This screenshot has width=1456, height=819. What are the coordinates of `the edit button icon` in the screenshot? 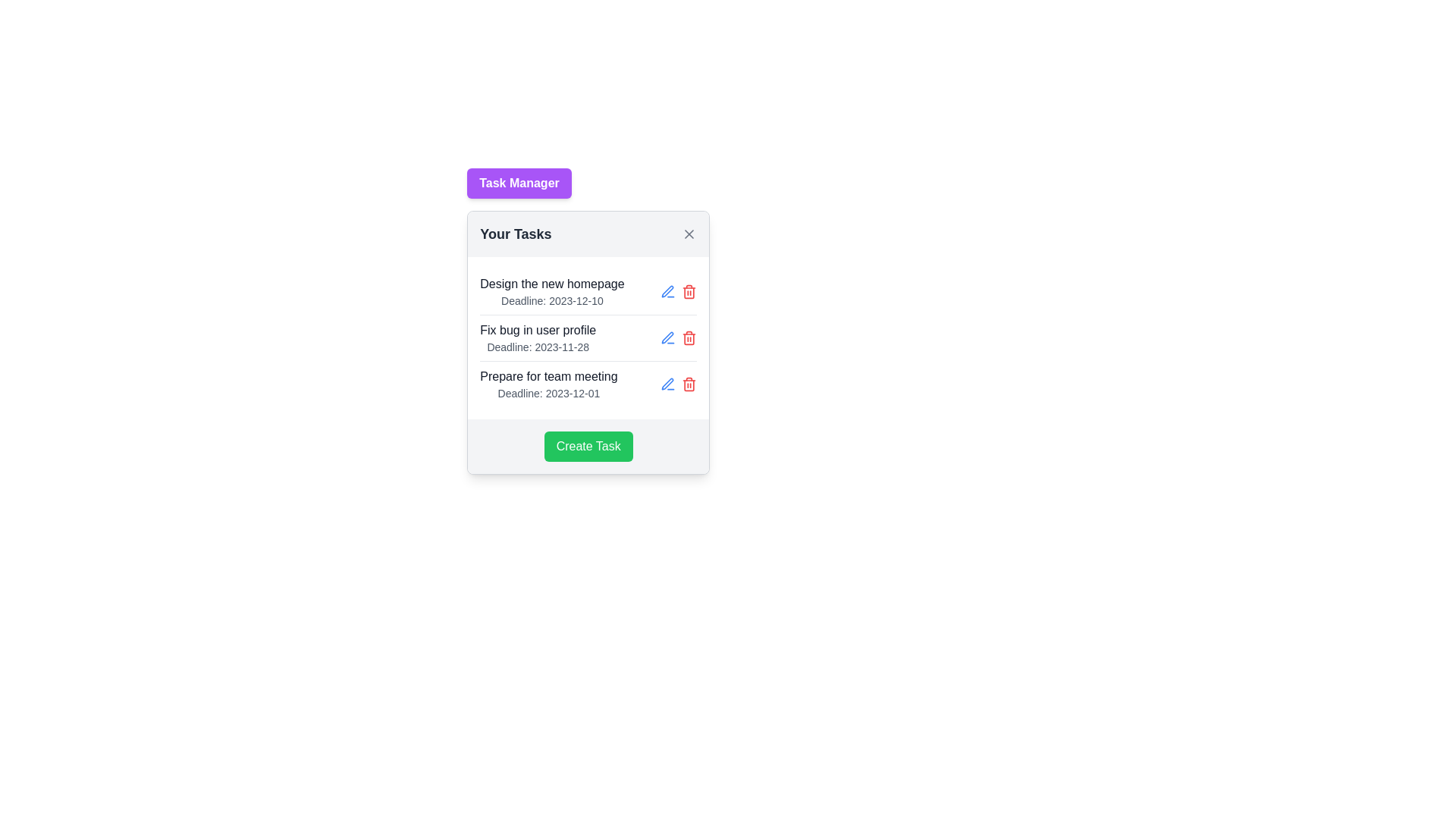 It's located at (667, 383).